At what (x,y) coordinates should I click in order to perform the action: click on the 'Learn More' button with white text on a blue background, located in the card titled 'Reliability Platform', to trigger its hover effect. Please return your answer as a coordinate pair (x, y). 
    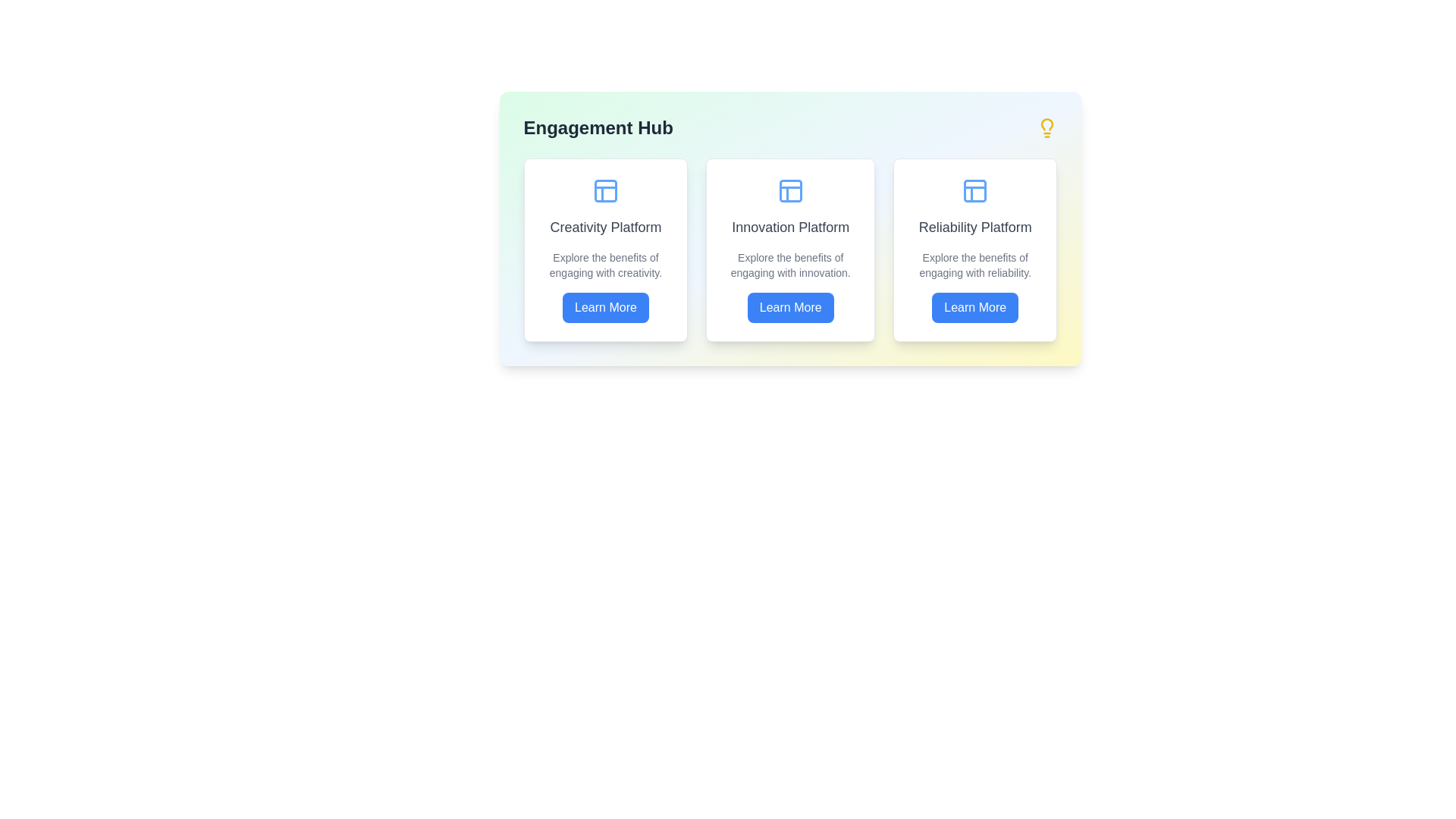
    Looking at the image, I should click on (975, 307).